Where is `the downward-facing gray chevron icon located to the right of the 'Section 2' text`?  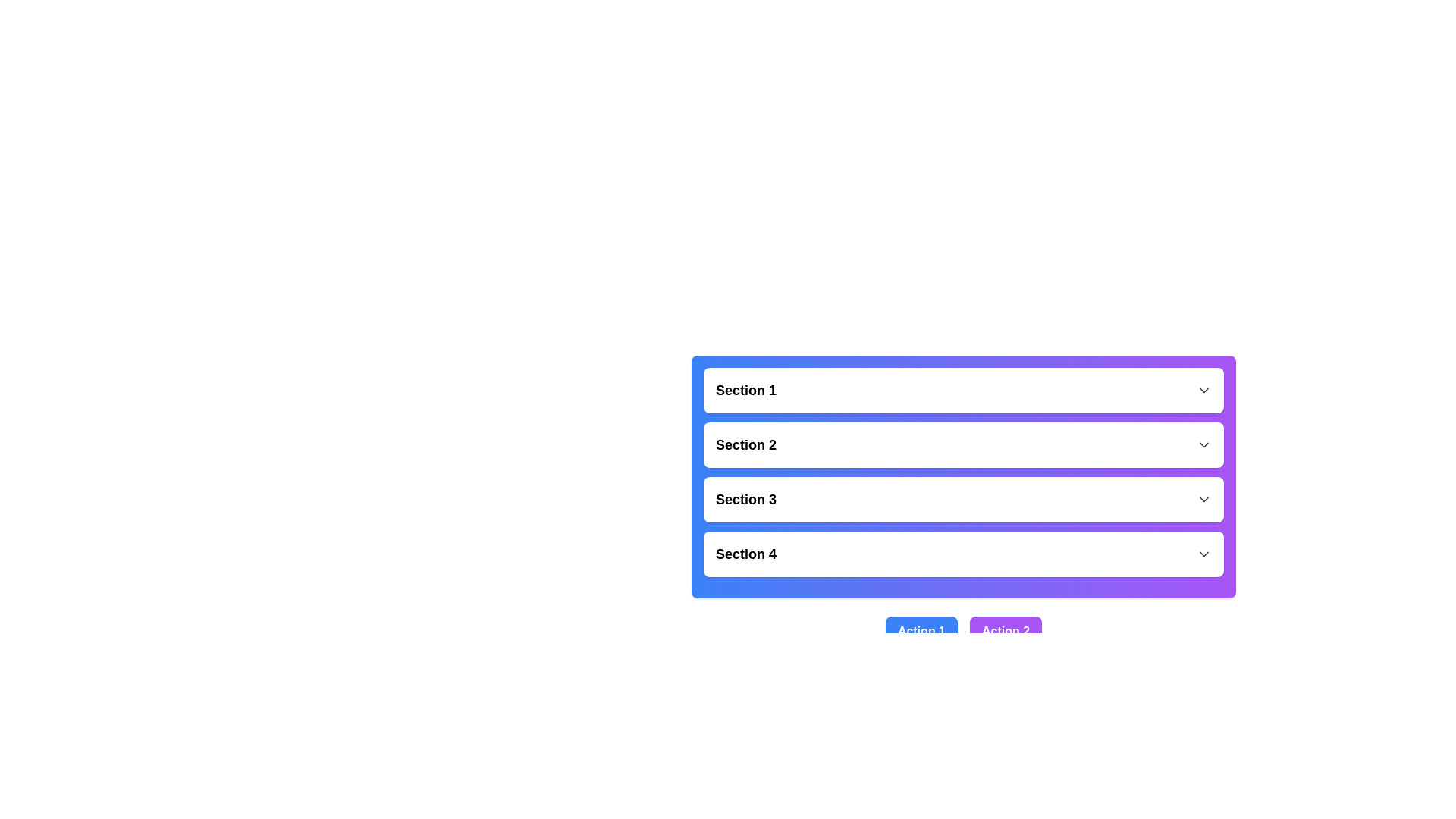 the downward-facing gray chevron icon located to the right of the 'Section 2' text is located at coordinates (1203, 444).